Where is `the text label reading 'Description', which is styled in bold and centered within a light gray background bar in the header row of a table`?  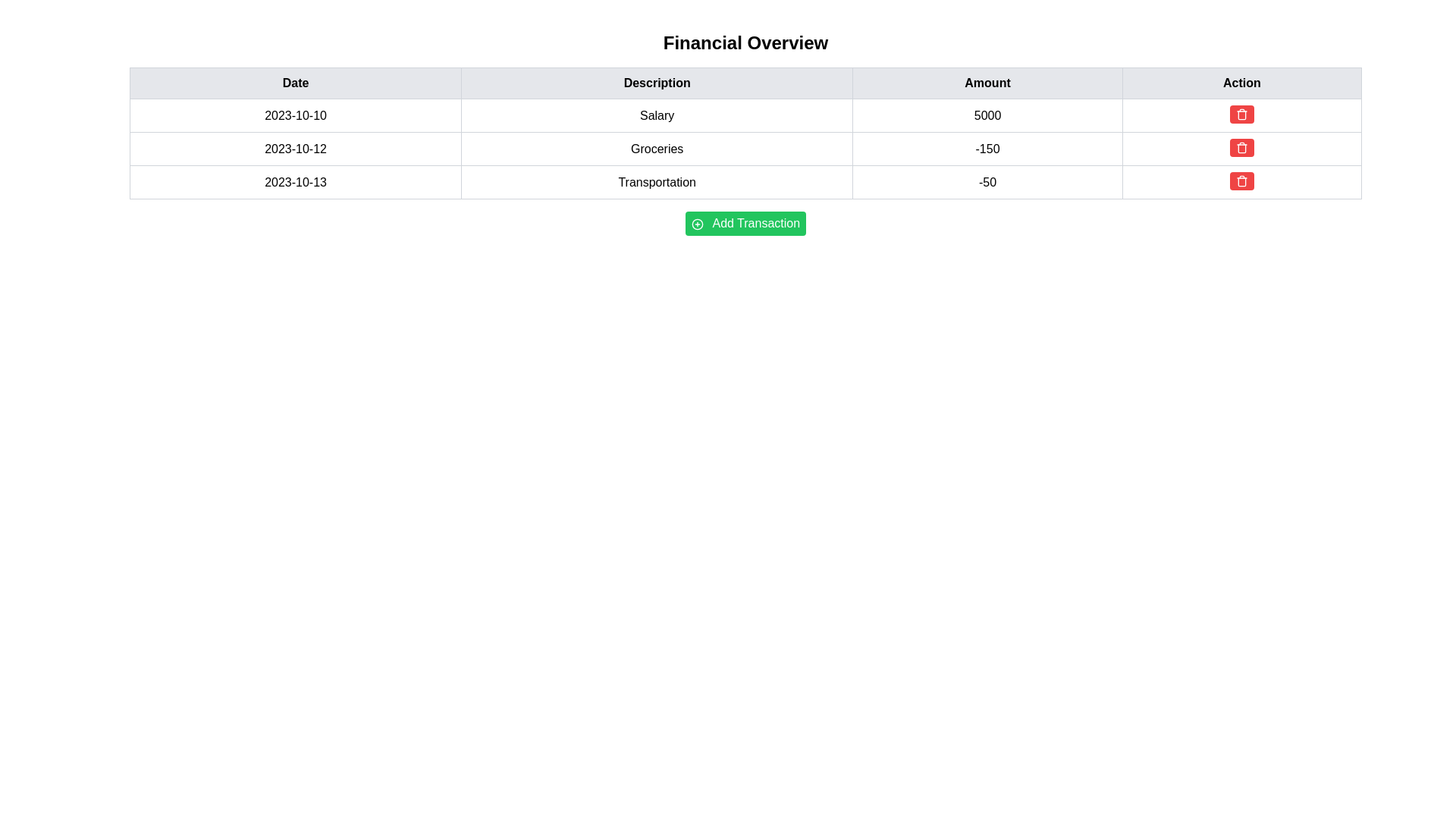
the text label reading 'Description', which is styled in bold and centered within a light gray background bar in the header row of a table is located at coordinates (657, 83).